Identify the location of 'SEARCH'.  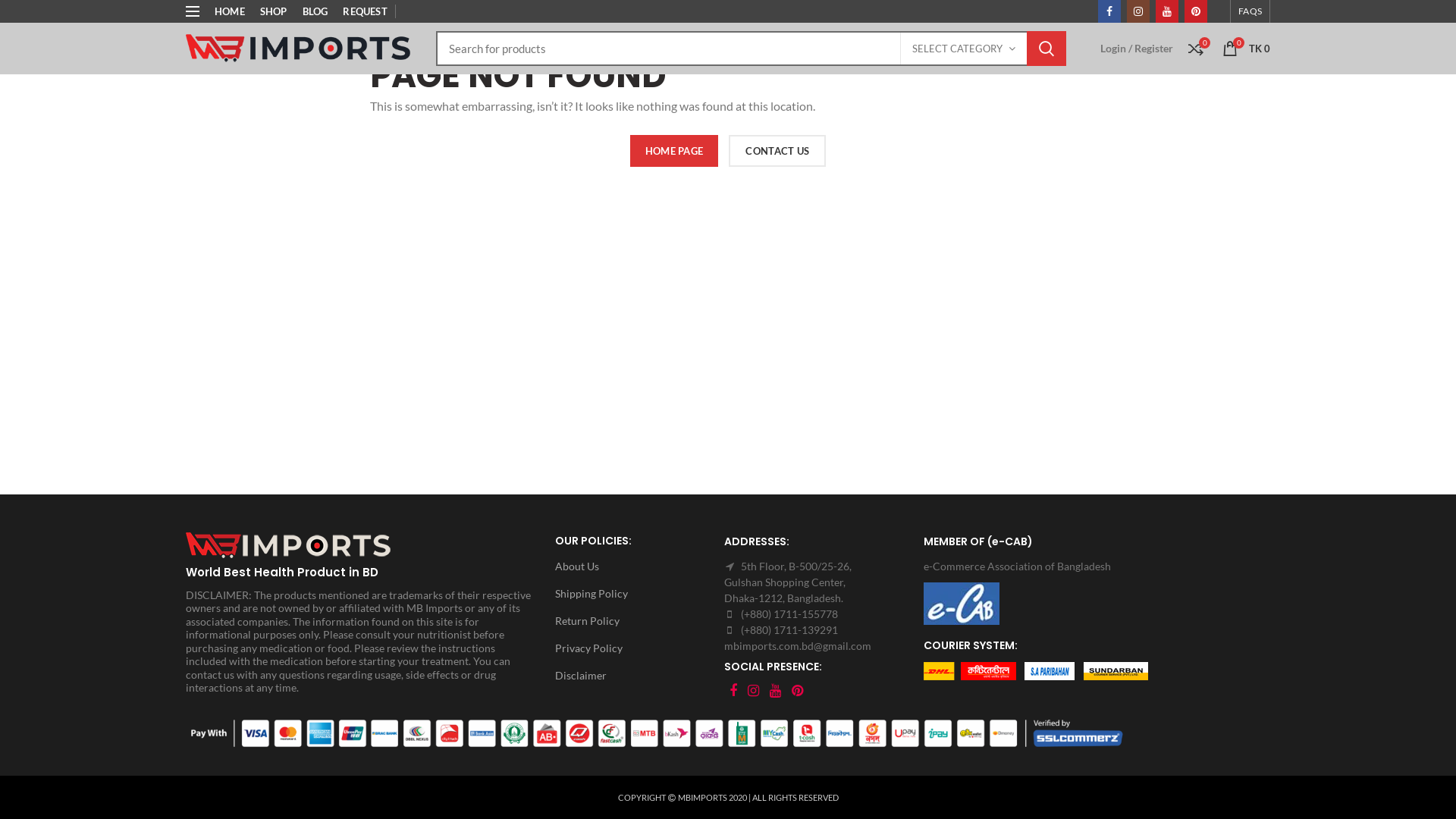
(1046, 48).